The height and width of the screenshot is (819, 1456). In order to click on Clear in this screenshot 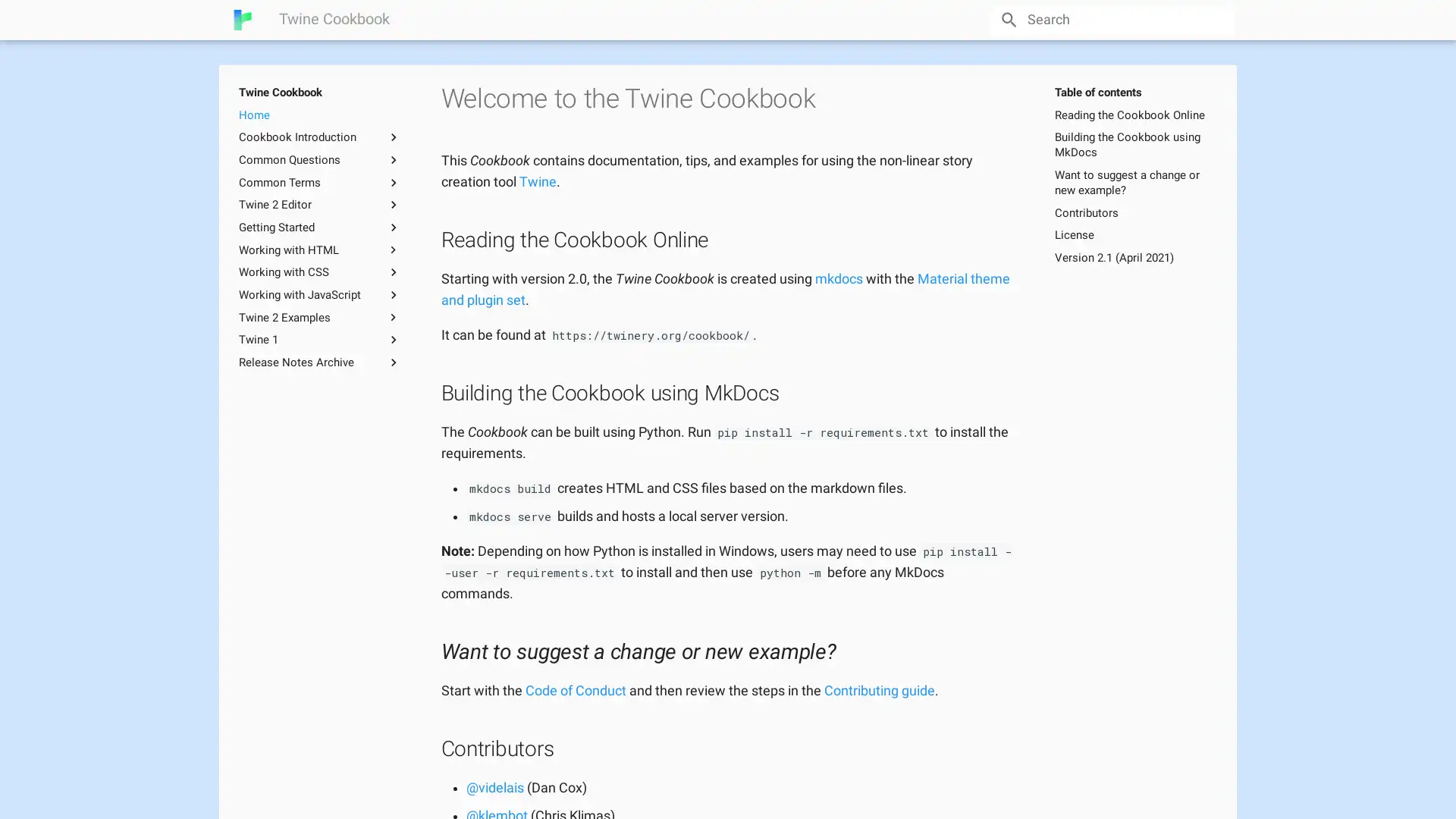, I will do `click(1215, 20)`.